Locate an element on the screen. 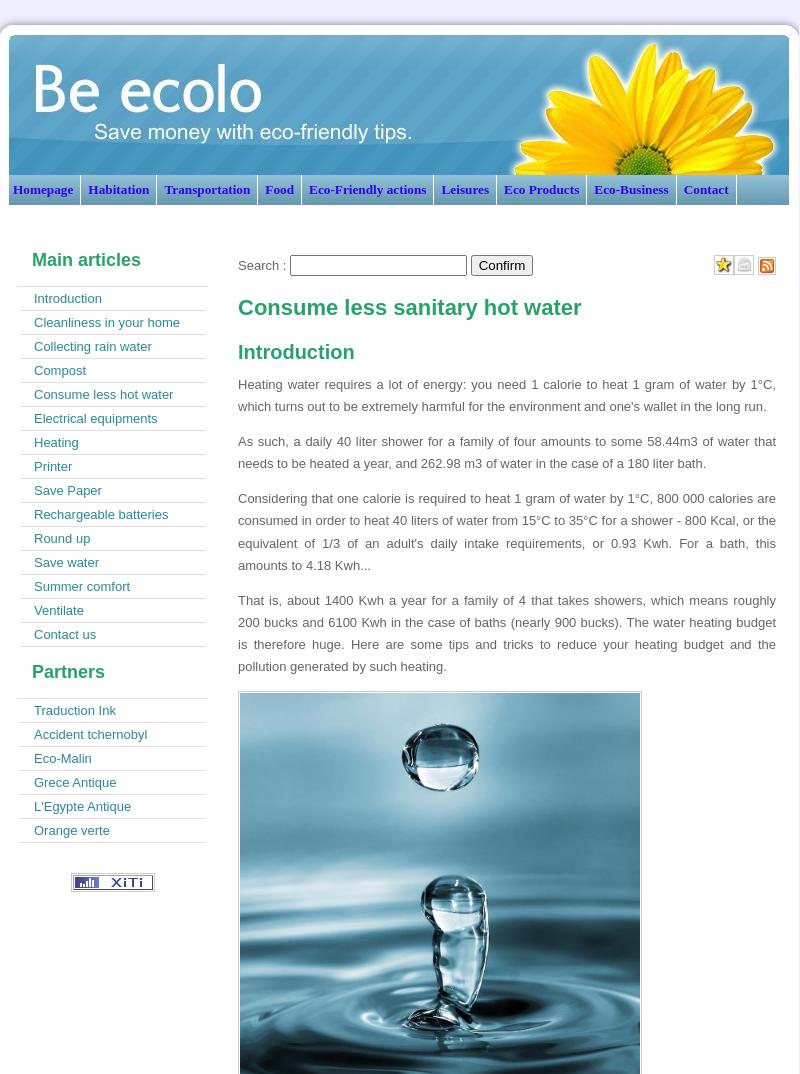  'Leisures' is located at coordinates (464, 189).